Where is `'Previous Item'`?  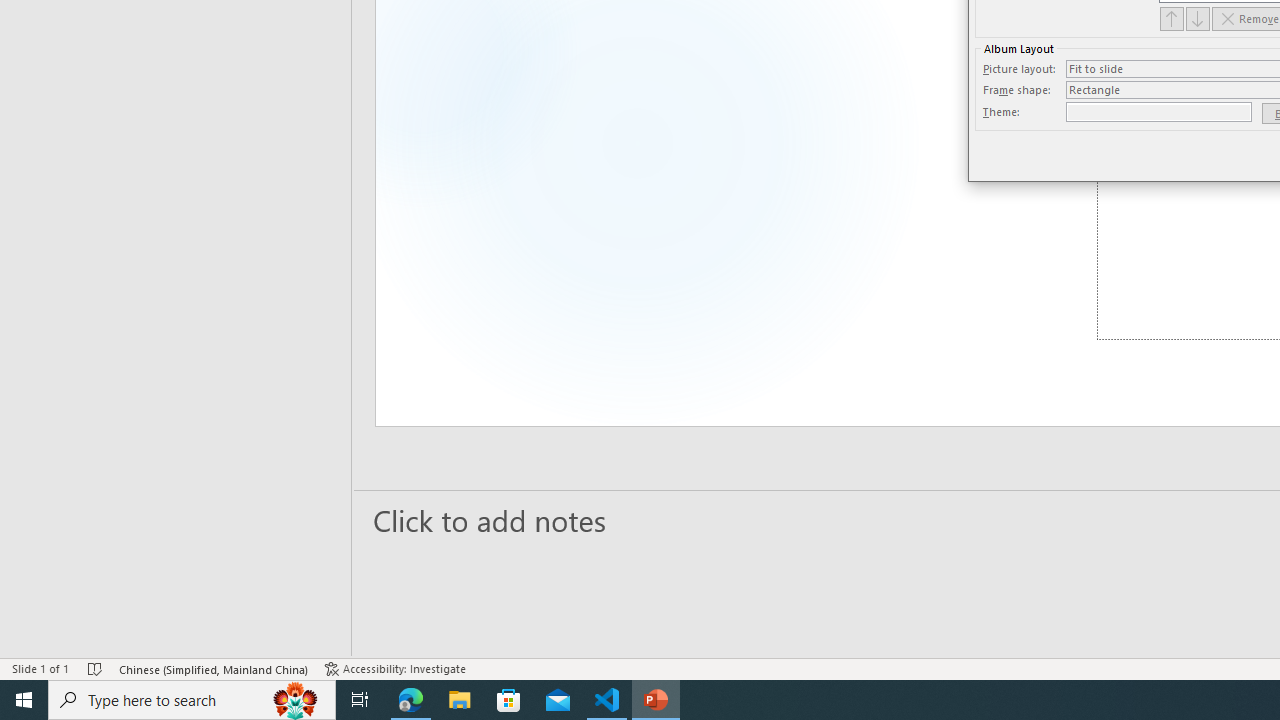 'Previous Item' is located at coordinates (1171, 18).